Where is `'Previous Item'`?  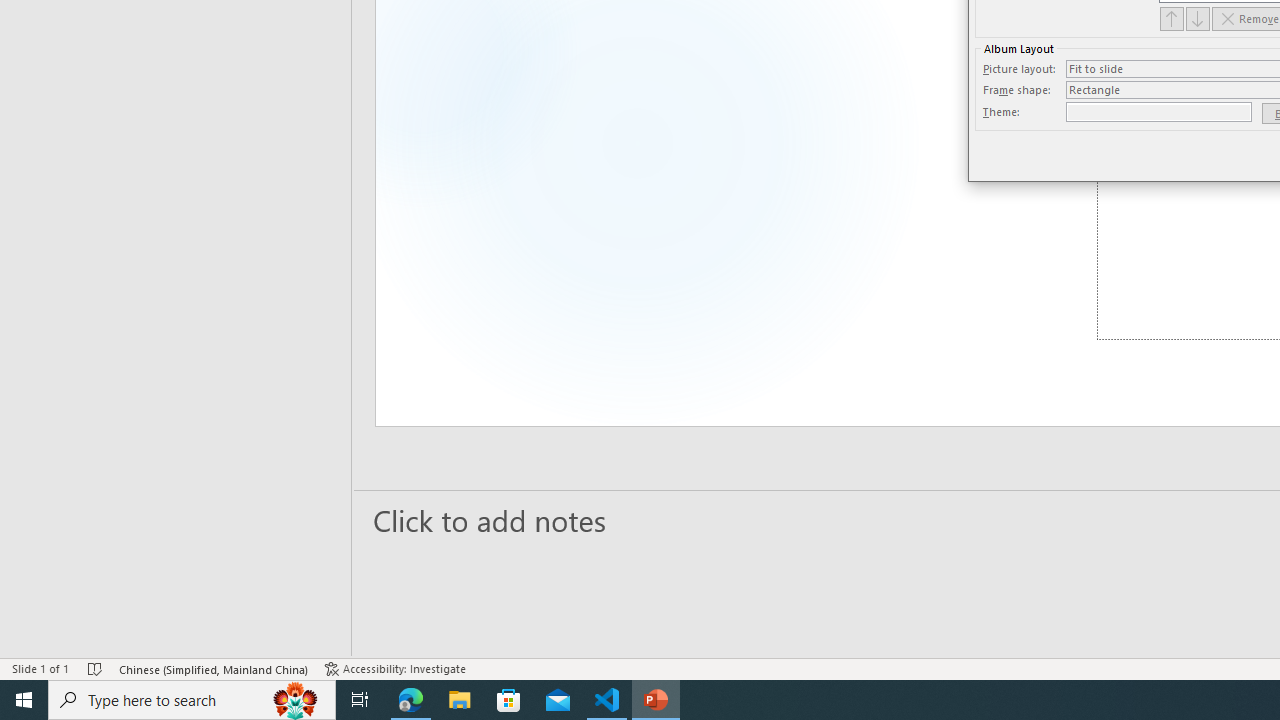 'Previous Item' is located at coordinates (1171, 18).